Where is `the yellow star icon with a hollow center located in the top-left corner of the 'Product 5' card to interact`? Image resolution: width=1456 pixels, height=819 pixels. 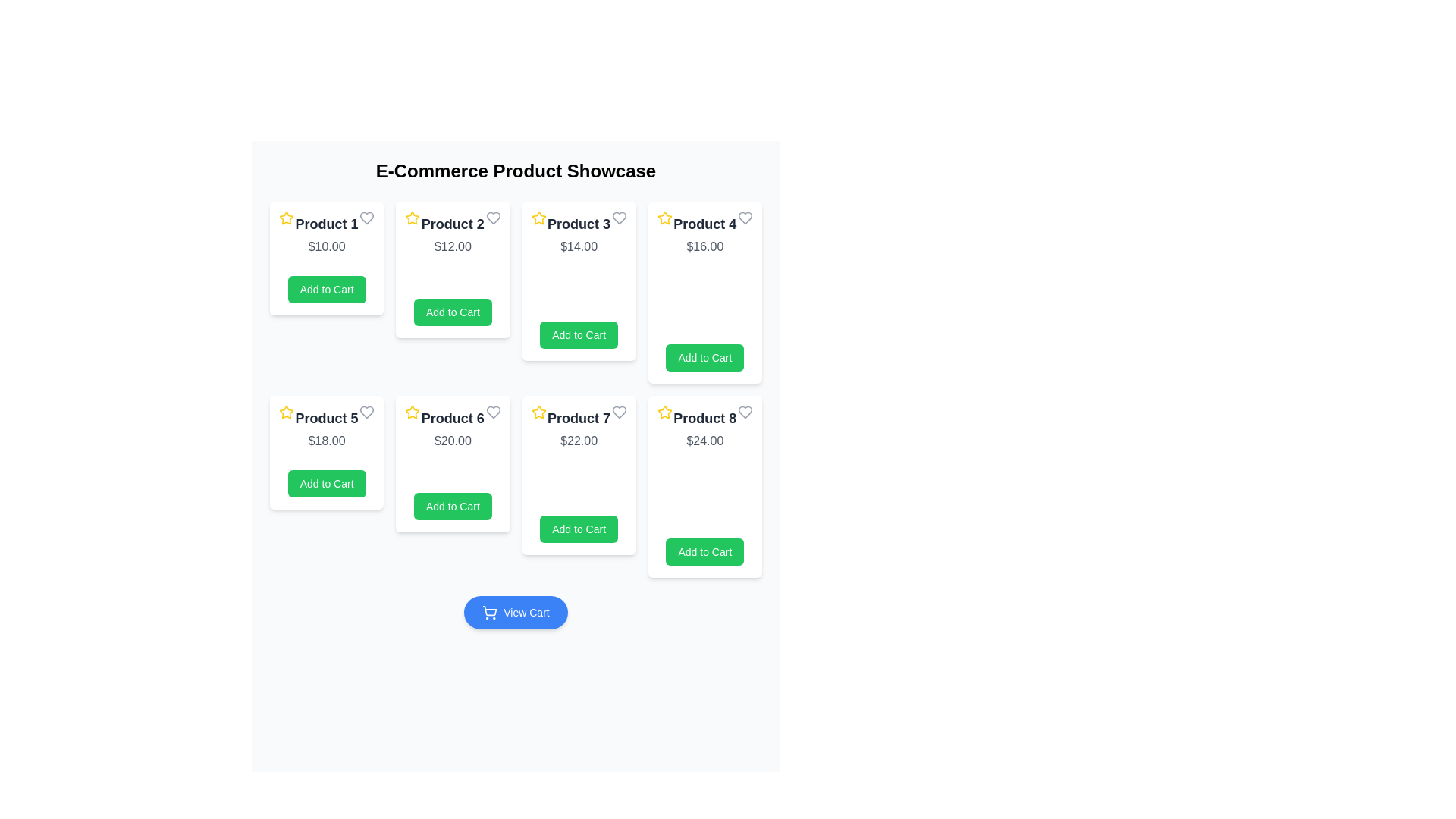 the yellow star icon with a hollow center located in the top-left corner of the 'Product 5' card to interact is located at coordinates (287, 412).